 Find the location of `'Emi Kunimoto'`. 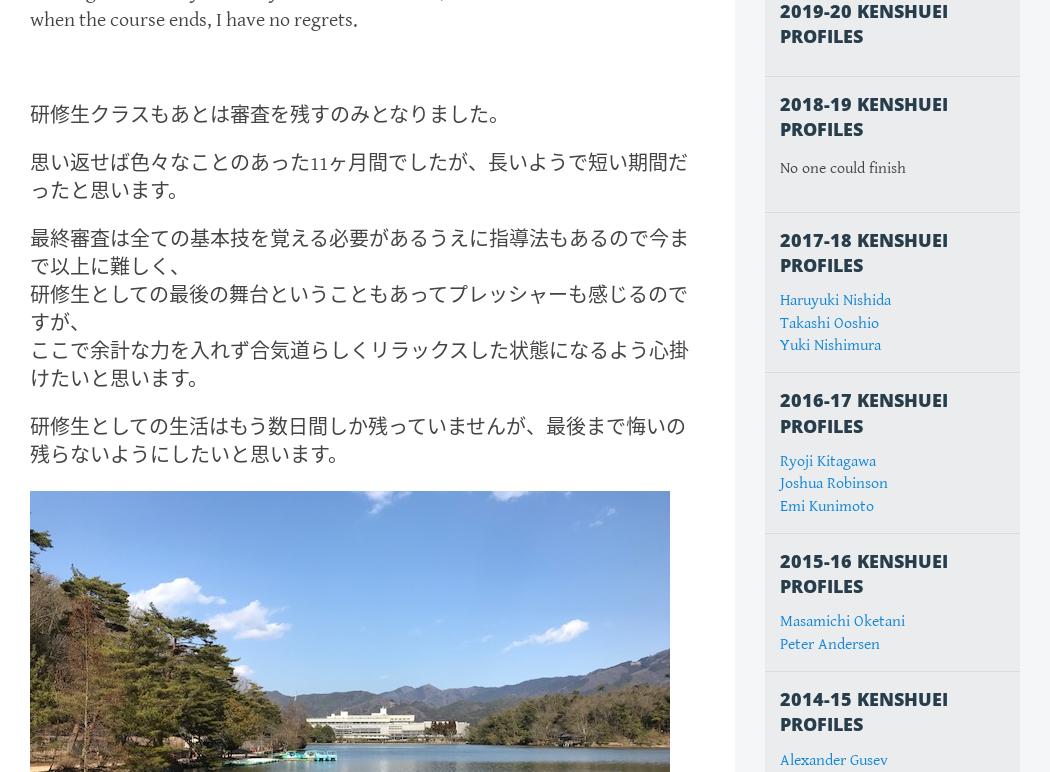

'Emi Kunimoto' is located at coordinates (826, 504).